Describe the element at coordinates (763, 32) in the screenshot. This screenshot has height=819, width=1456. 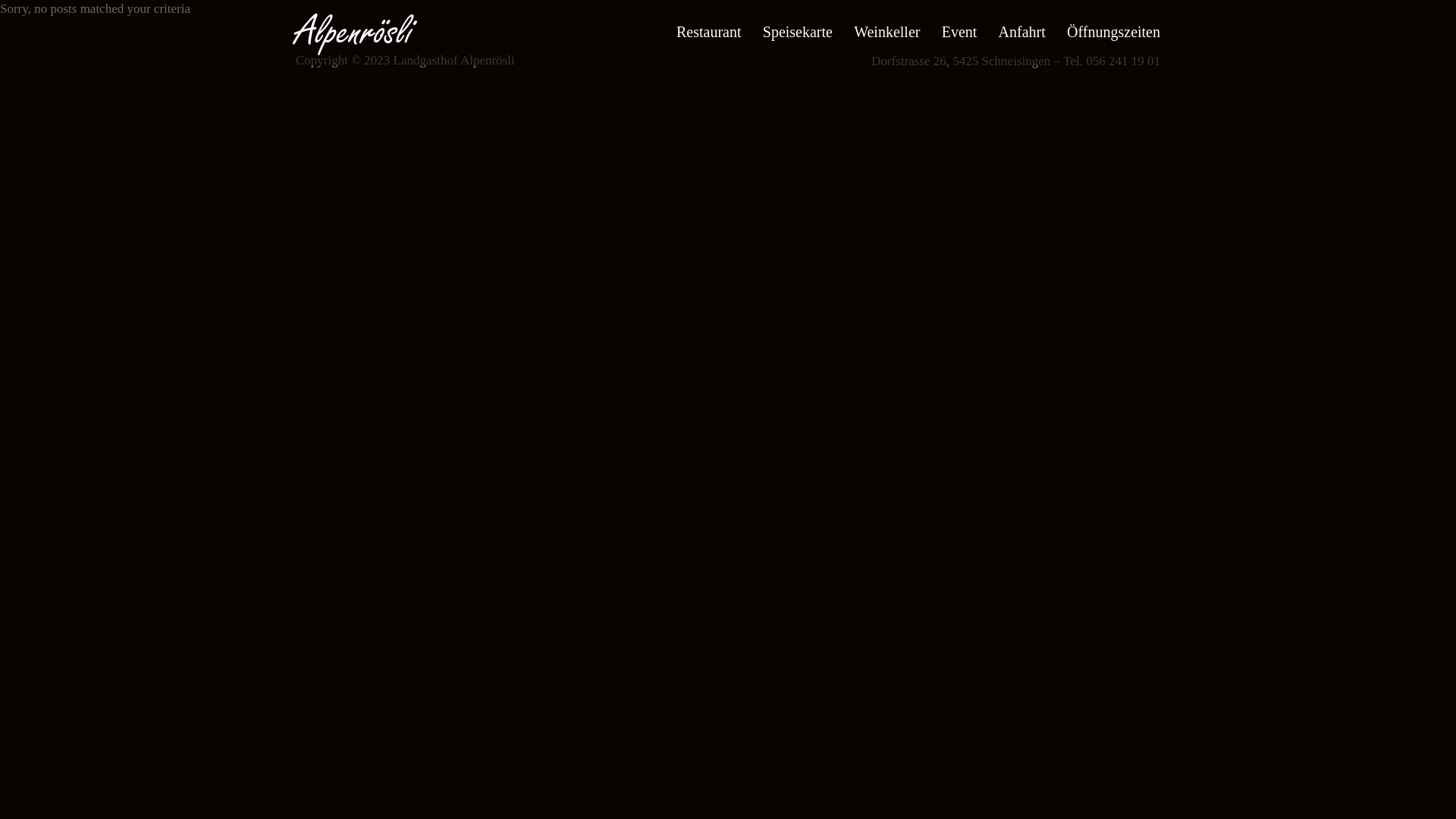
I see `'Speisekarte'` at that location.